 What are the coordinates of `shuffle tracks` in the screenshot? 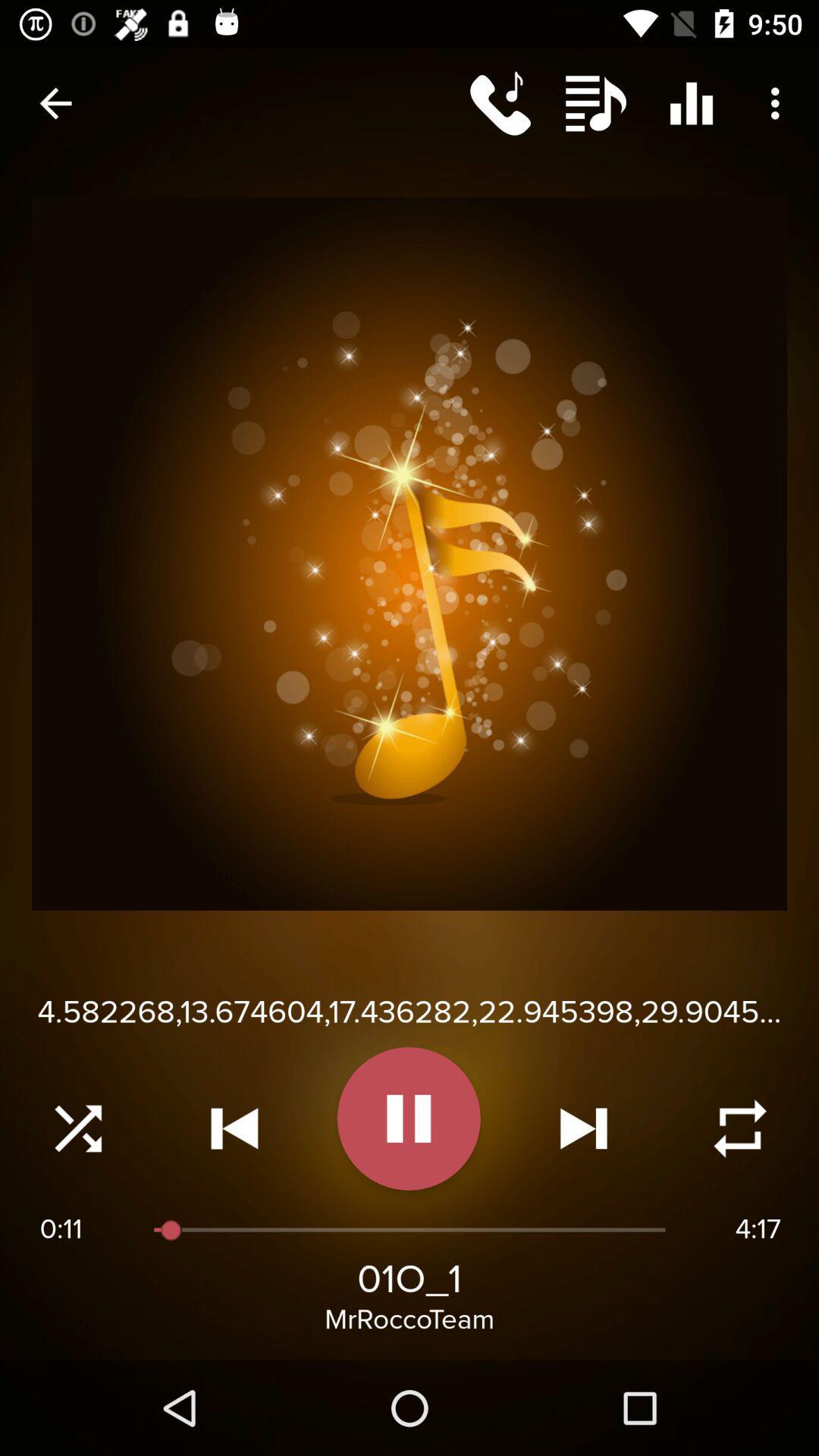 It's located at (78, 1128).